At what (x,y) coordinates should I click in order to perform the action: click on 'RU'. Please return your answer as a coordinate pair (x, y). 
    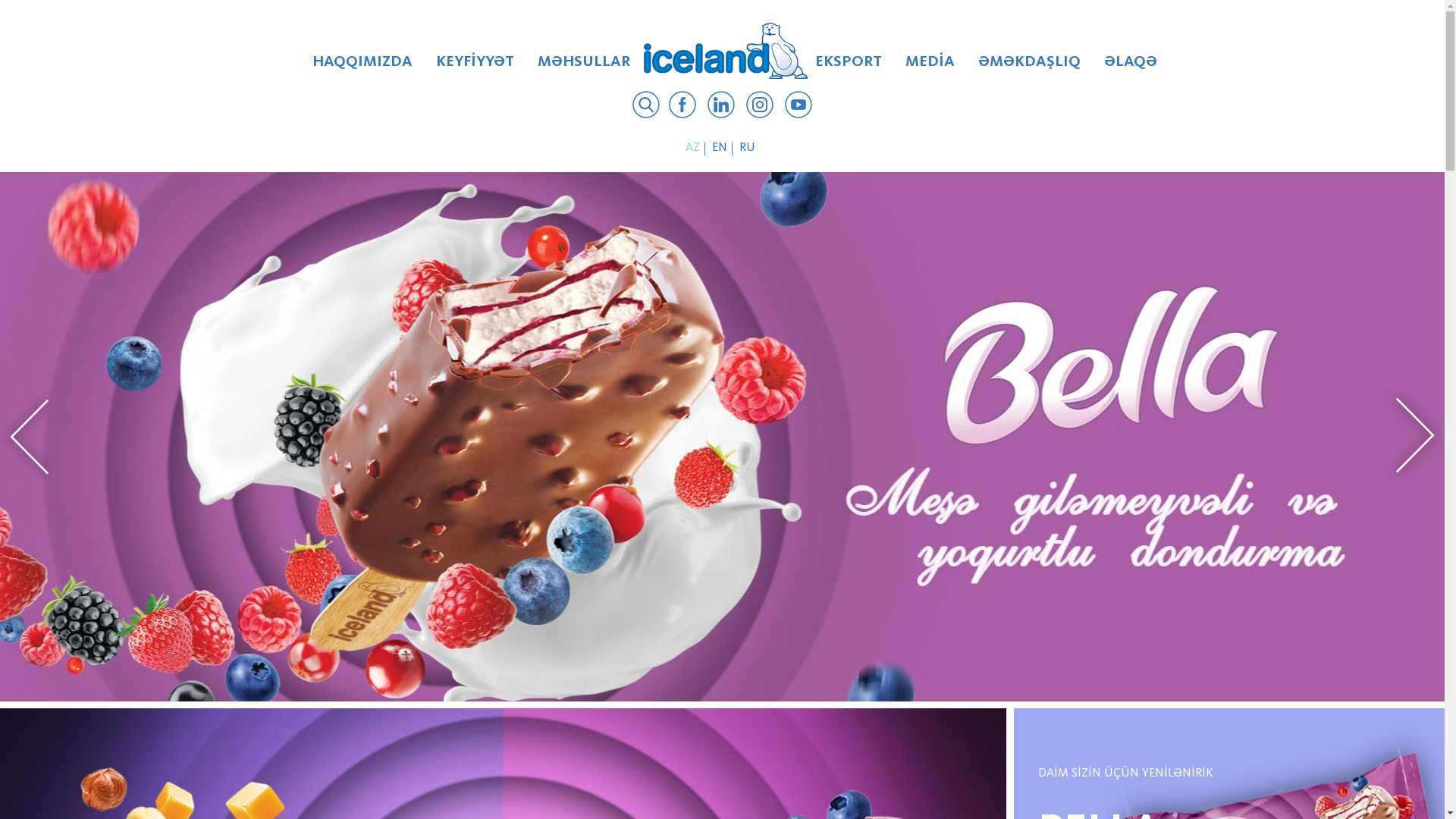
    Looking at the image, I should click on (748, 148).